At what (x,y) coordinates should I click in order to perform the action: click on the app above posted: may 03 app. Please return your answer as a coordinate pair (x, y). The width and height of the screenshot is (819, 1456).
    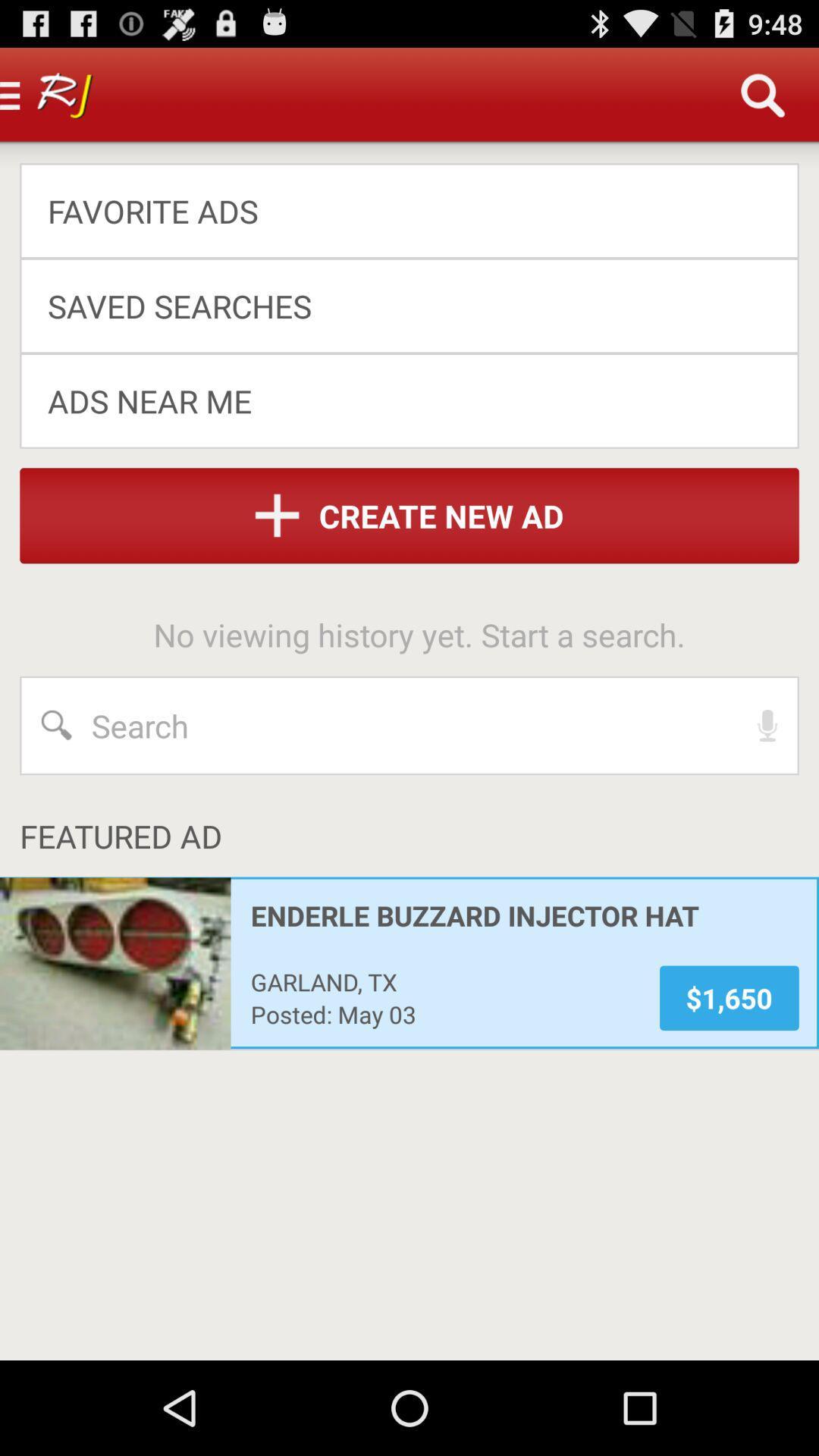
    Looking at the image, I should click on (444, 981).